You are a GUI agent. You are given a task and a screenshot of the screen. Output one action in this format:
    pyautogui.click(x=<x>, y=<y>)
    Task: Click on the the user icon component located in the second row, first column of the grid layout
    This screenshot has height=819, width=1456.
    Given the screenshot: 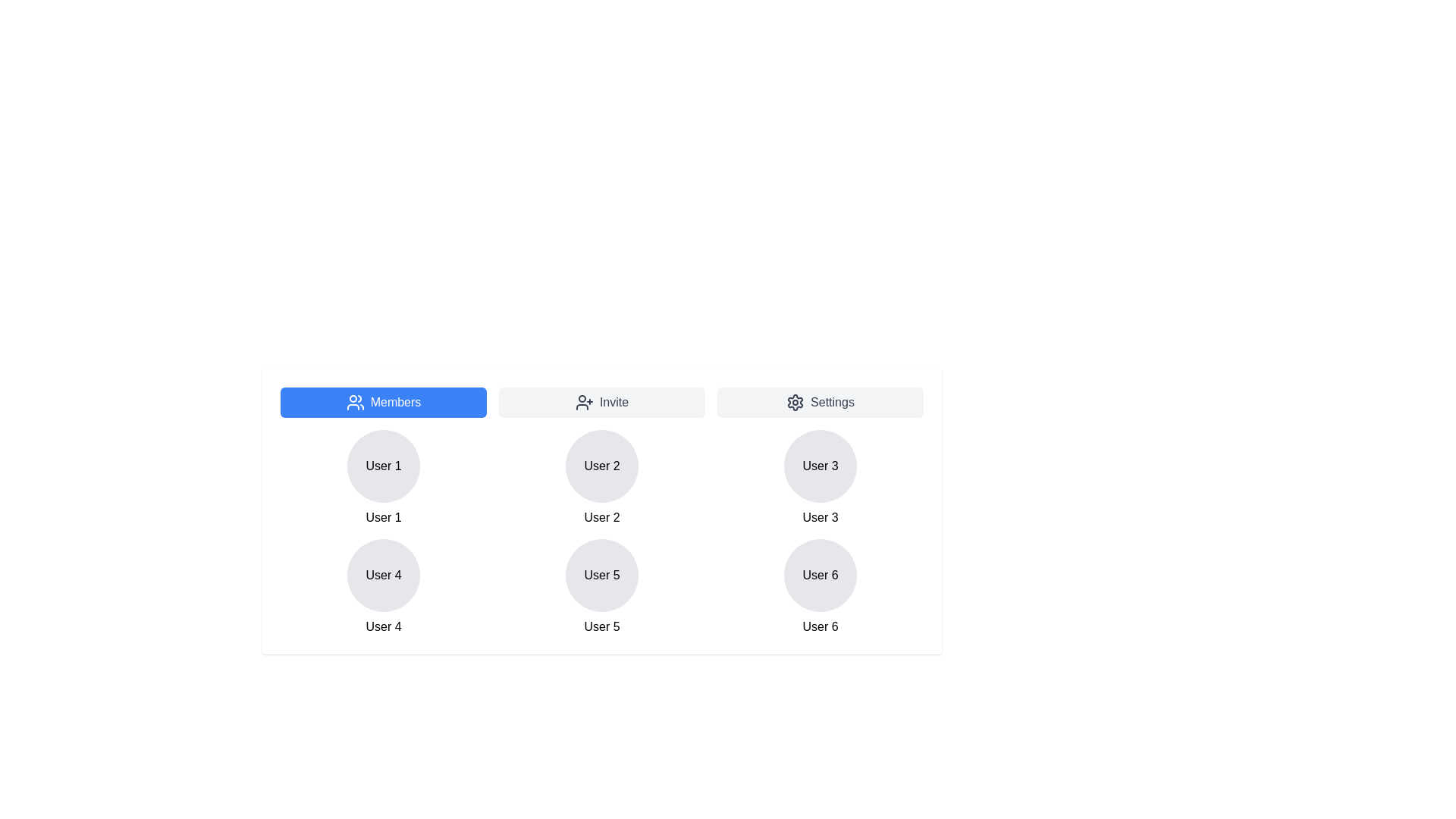 What is the action you would take?
    pyautogui.click(x=383, y=587)
    